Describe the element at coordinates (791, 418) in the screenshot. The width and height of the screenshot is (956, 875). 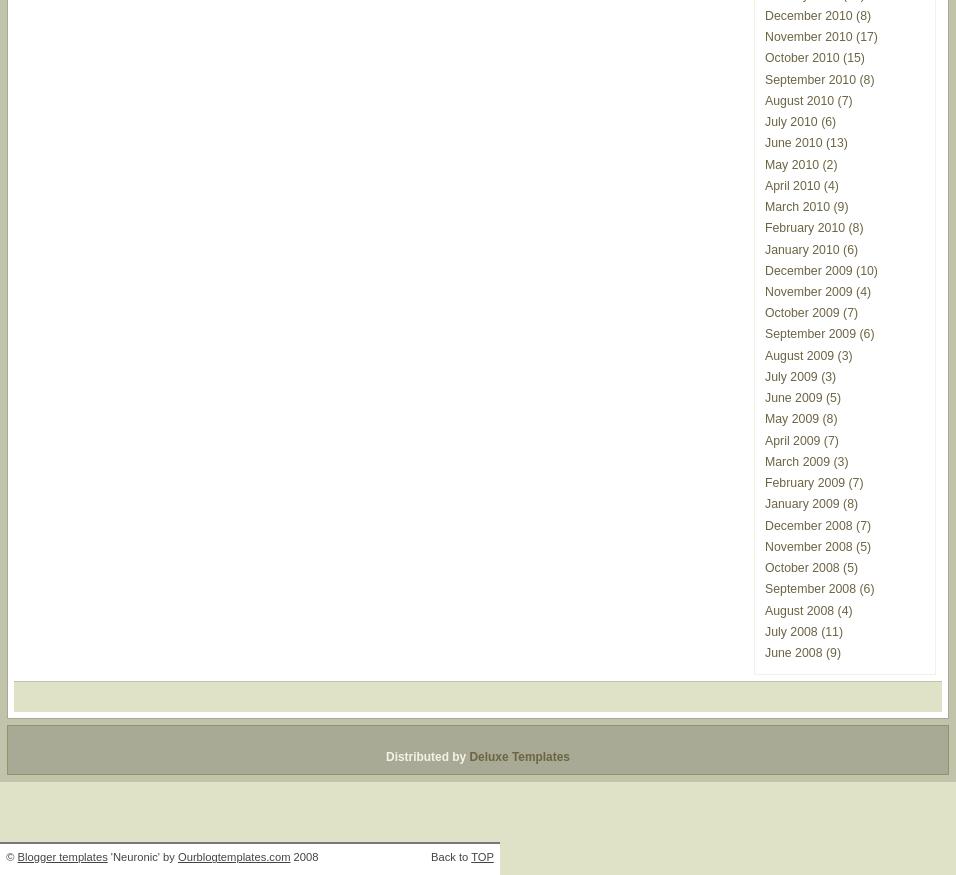
I see `'May 2009'` at that location.